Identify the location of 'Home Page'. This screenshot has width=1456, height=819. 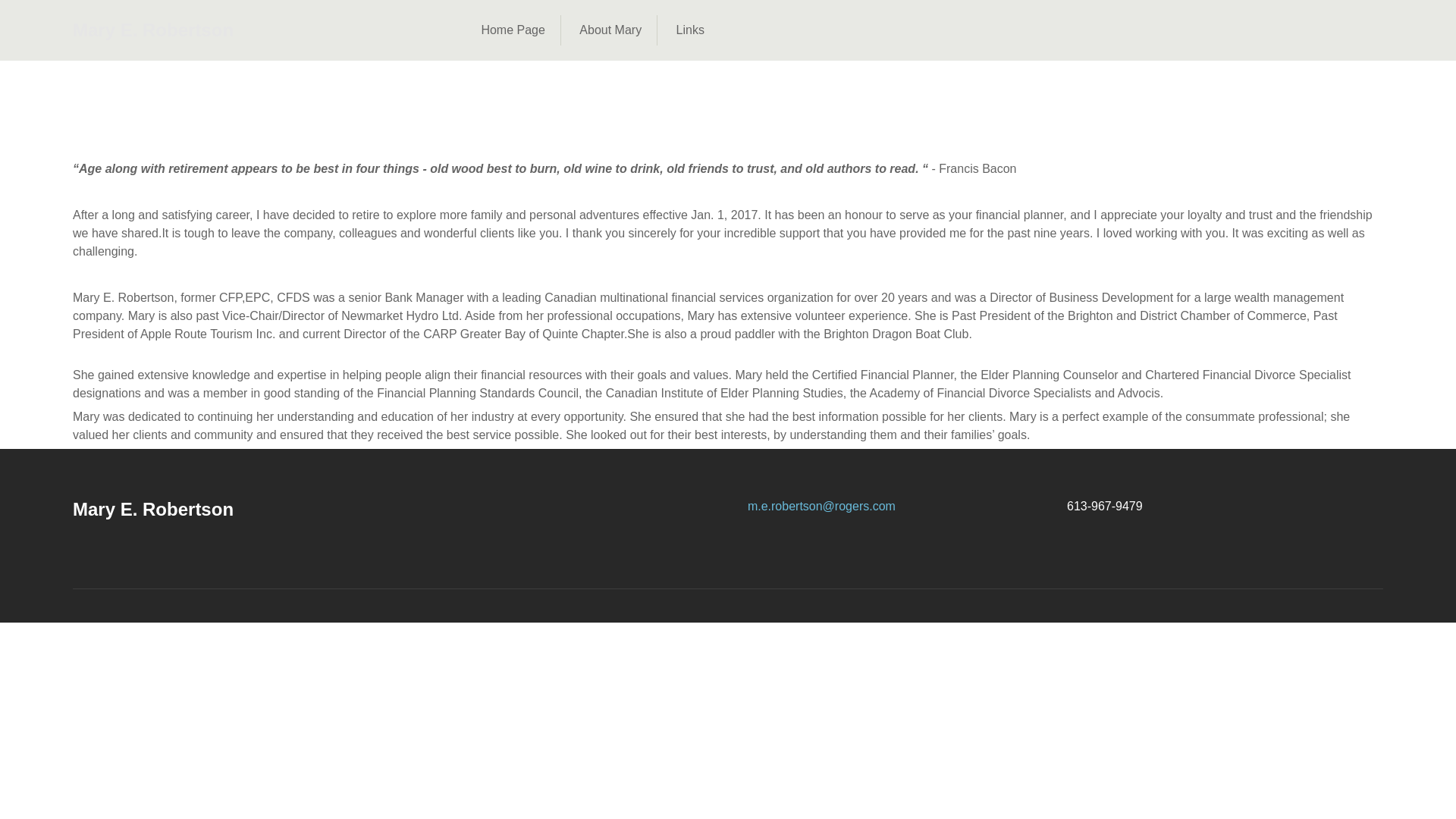
(513, 30).